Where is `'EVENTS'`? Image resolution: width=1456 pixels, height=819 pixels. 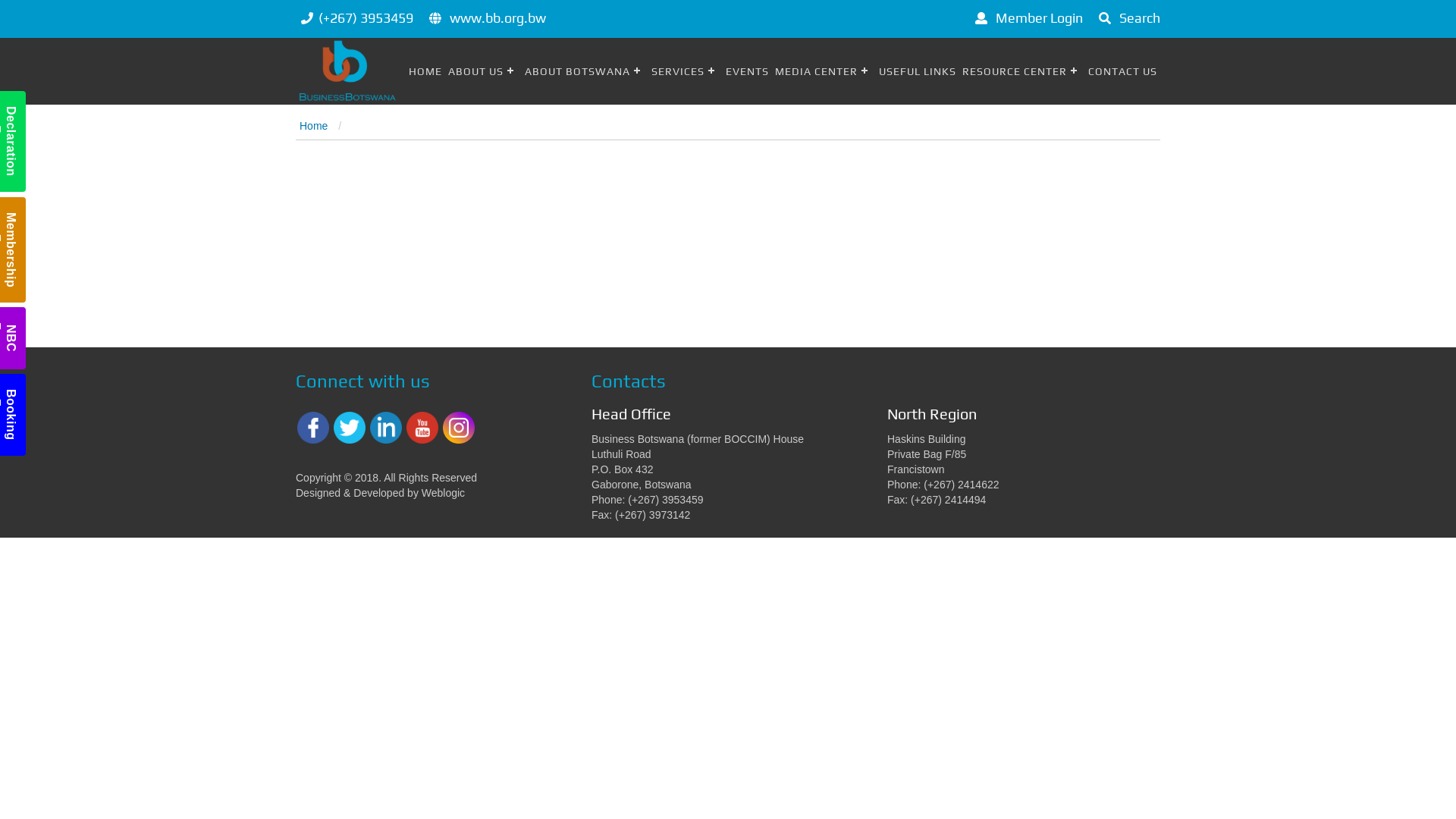 'EVENTS' is located at coordinates (747, 71).